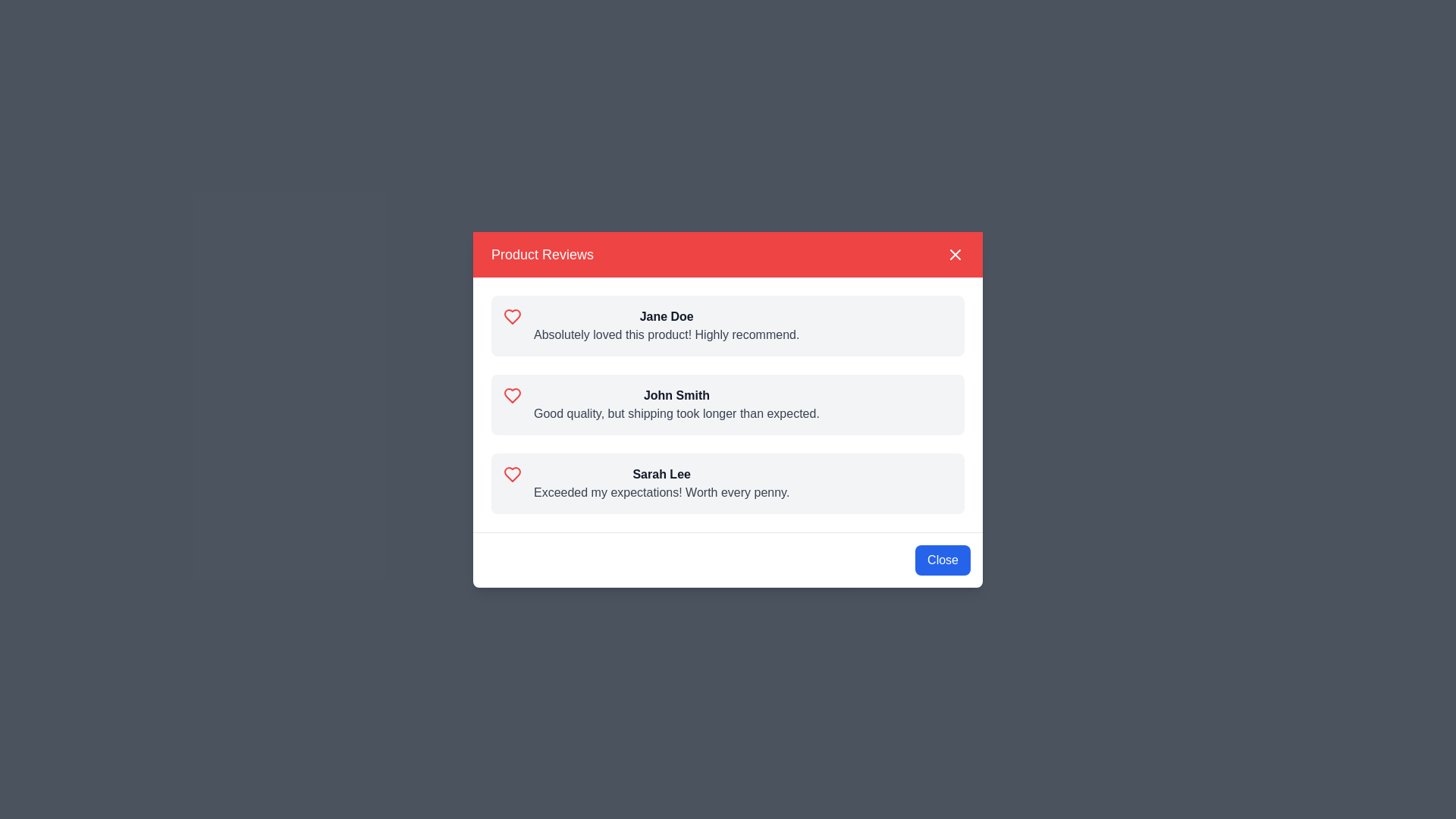  Describe the element at coordinates (942, 560) in the screenshot. I see `the 'Close' button in the footer to close the dialog` at that location.